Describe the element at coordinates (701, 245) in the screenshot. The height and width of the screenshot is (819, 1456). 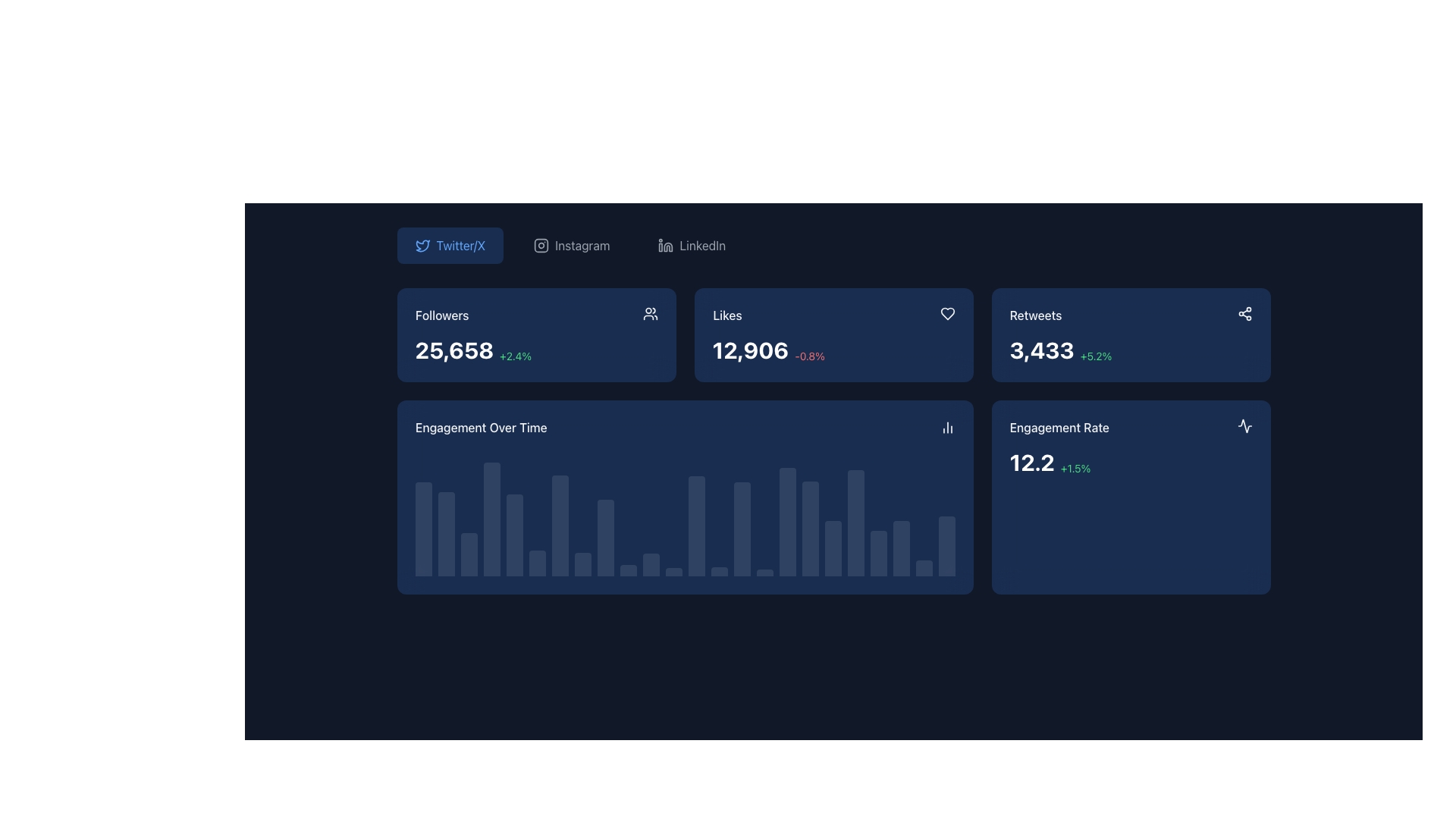
I see `the 'LinkedIn' text label in the horizontal navigation bar` at that location.